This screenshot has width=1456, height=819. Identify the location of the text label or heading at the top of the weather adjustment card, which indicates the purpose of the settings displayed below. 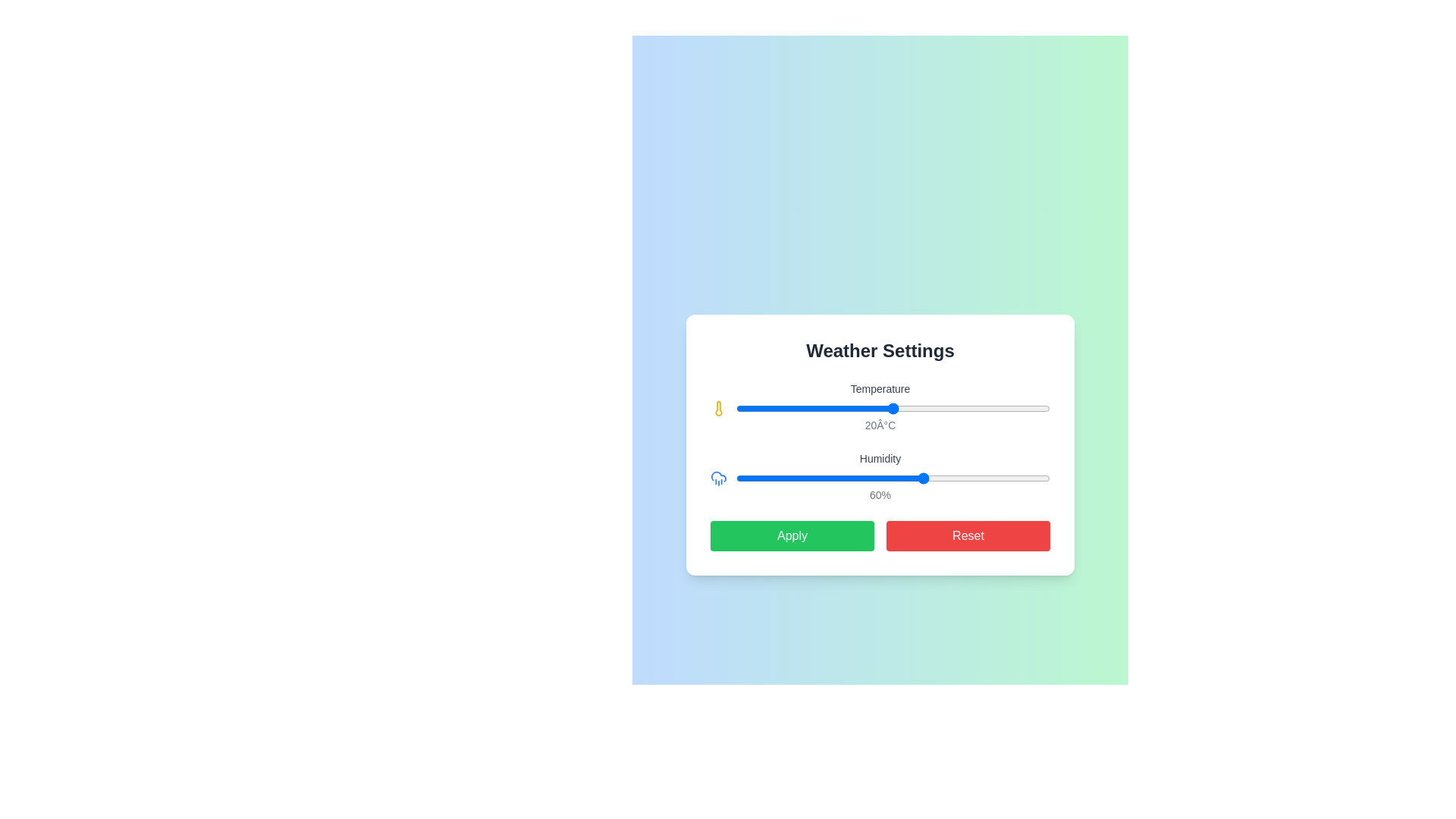
(880, 350).